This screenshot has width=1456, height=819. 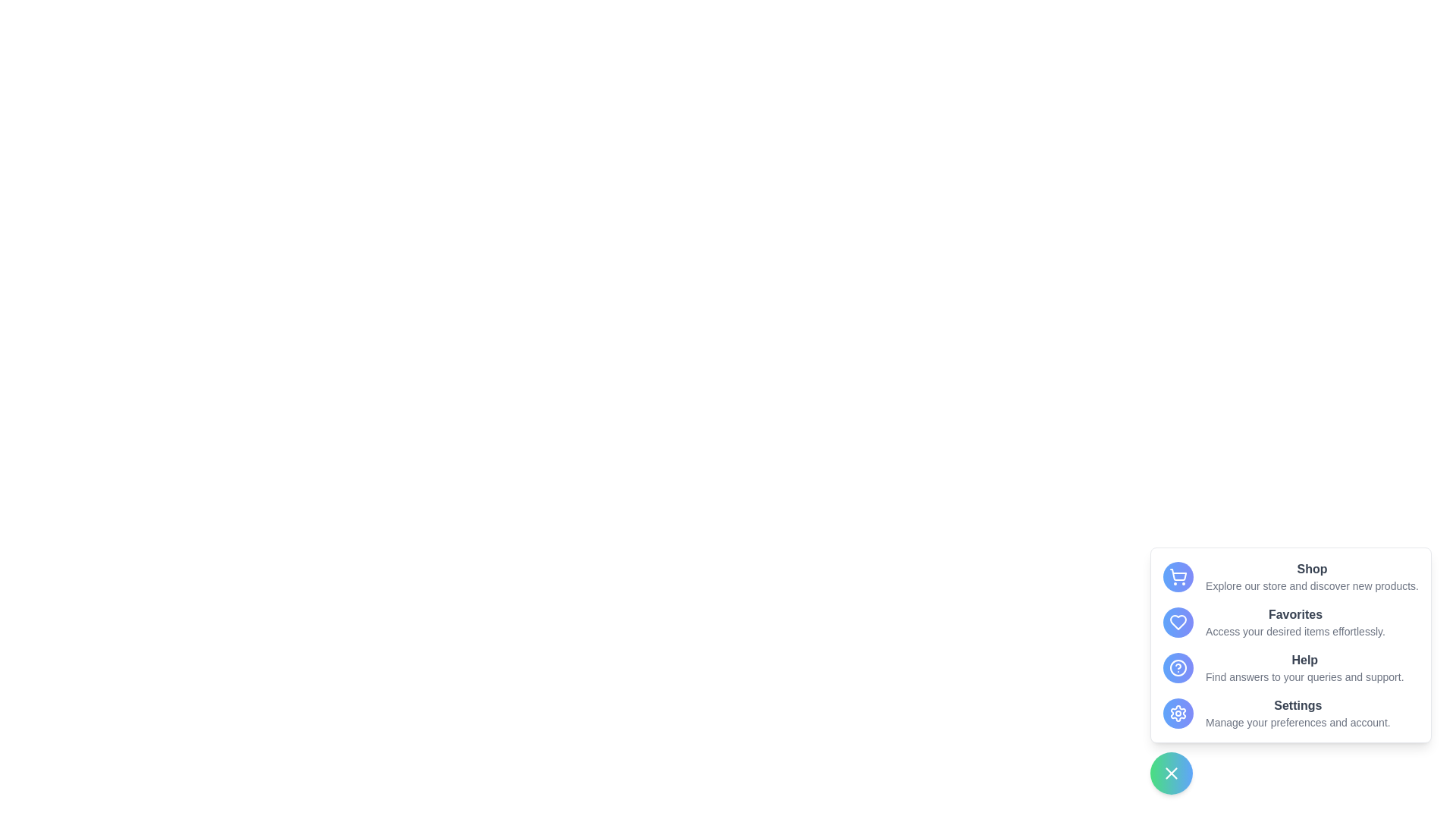 I want to click on the menu option Help, so click(x=1178, y=667).